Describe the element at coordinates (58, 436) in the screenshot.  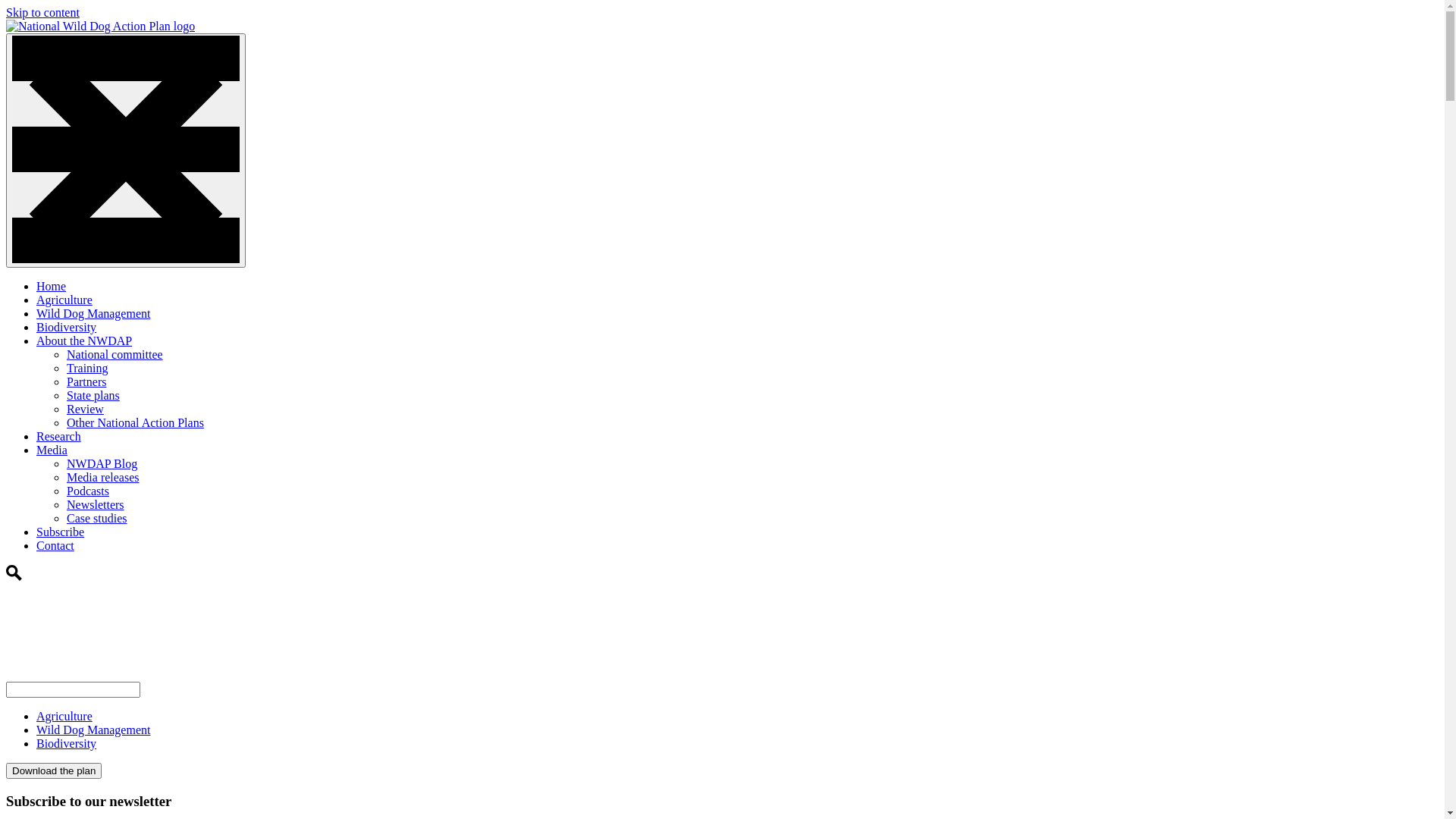
I see `'Research'` at that location.